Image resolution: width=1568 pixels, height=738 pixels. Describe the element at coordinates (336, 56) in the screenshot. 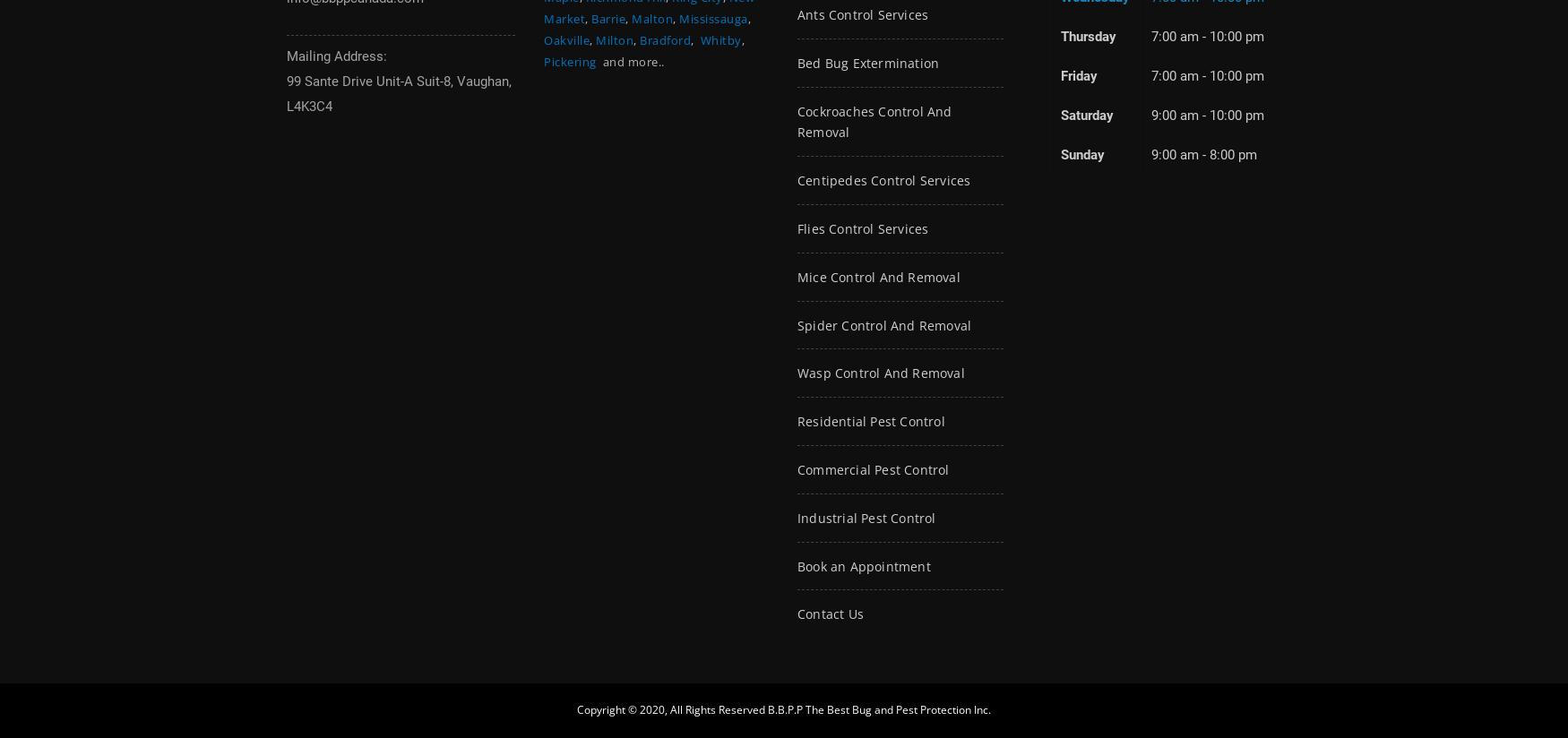

I see `'Mailing Address:'` at that location.